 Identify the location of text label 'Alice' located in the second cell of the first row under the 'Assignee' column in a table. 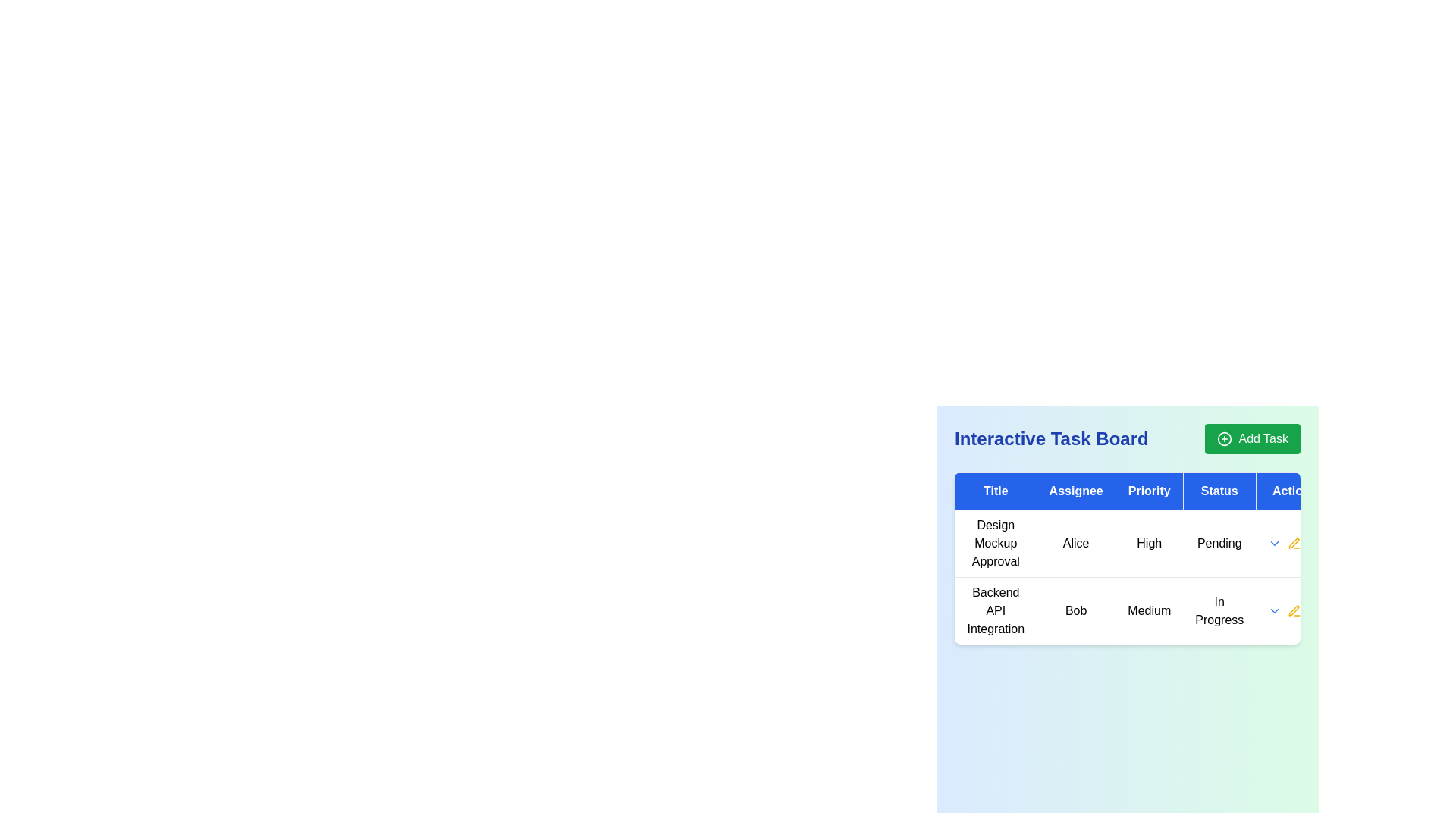
(1075, 543).